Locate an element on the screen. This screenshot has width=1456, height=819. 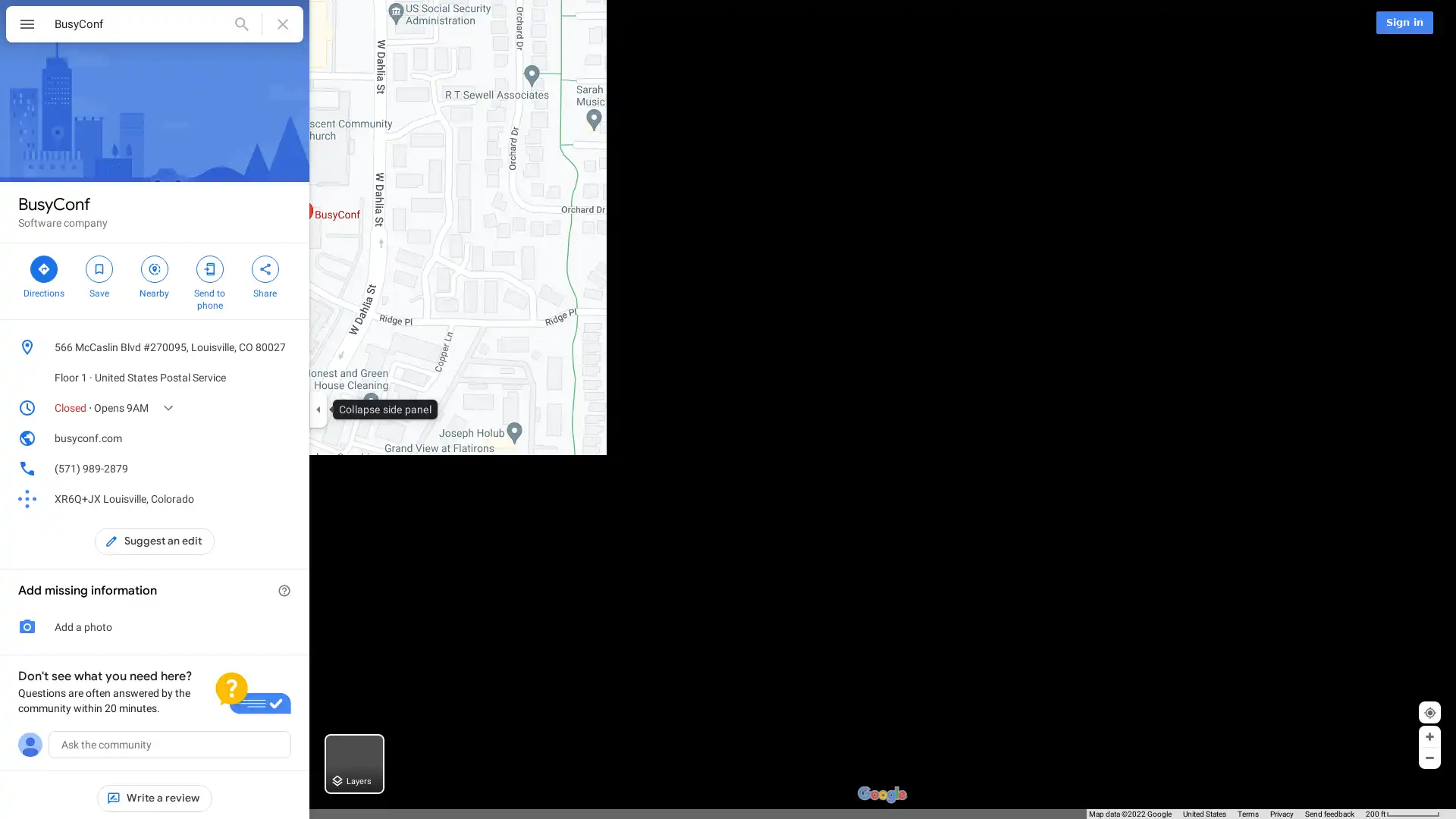
Collapse side panel is located at coordinates (317, 409).